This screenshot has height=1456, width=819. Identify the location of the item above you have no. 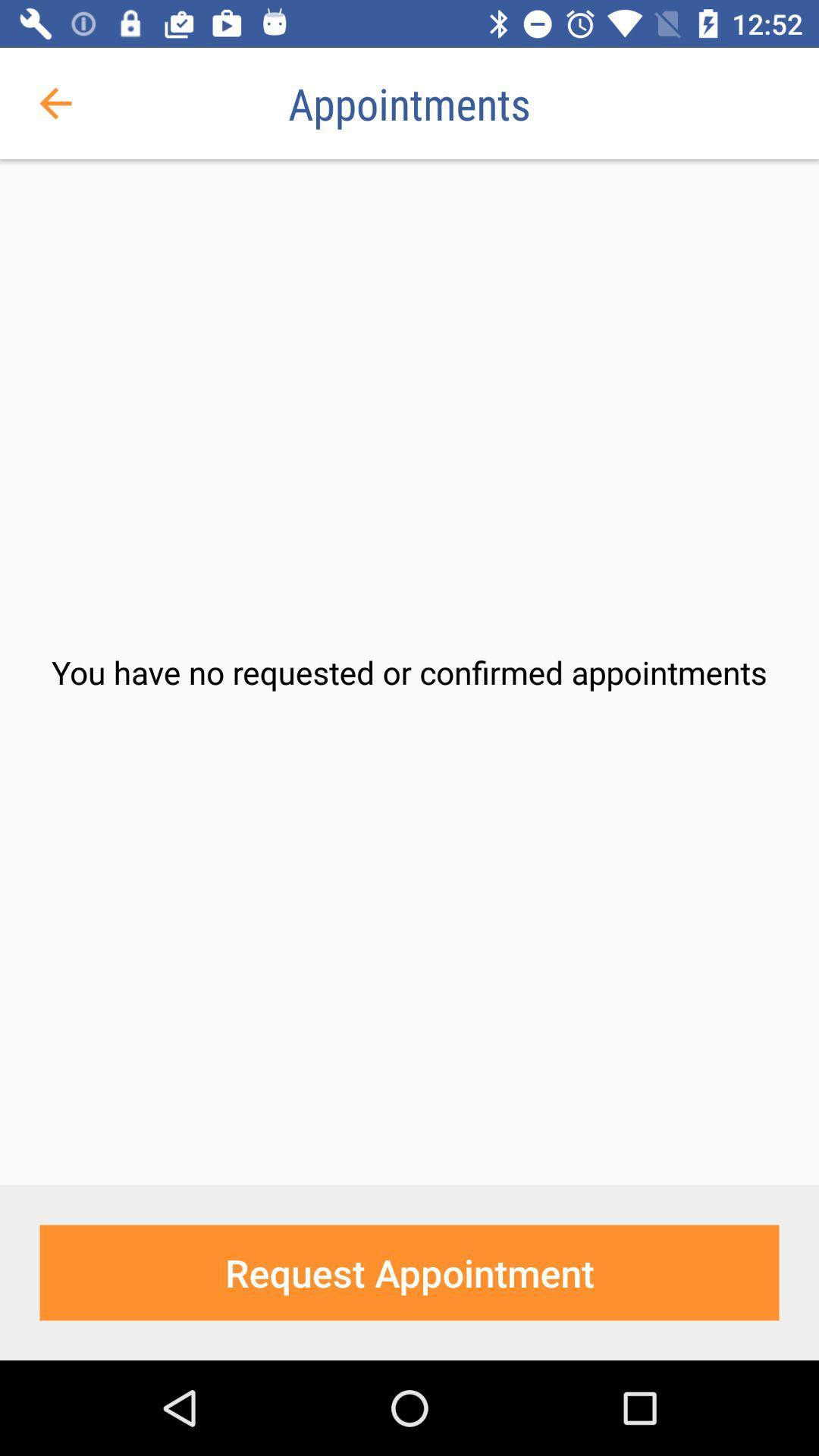
(55, 102).